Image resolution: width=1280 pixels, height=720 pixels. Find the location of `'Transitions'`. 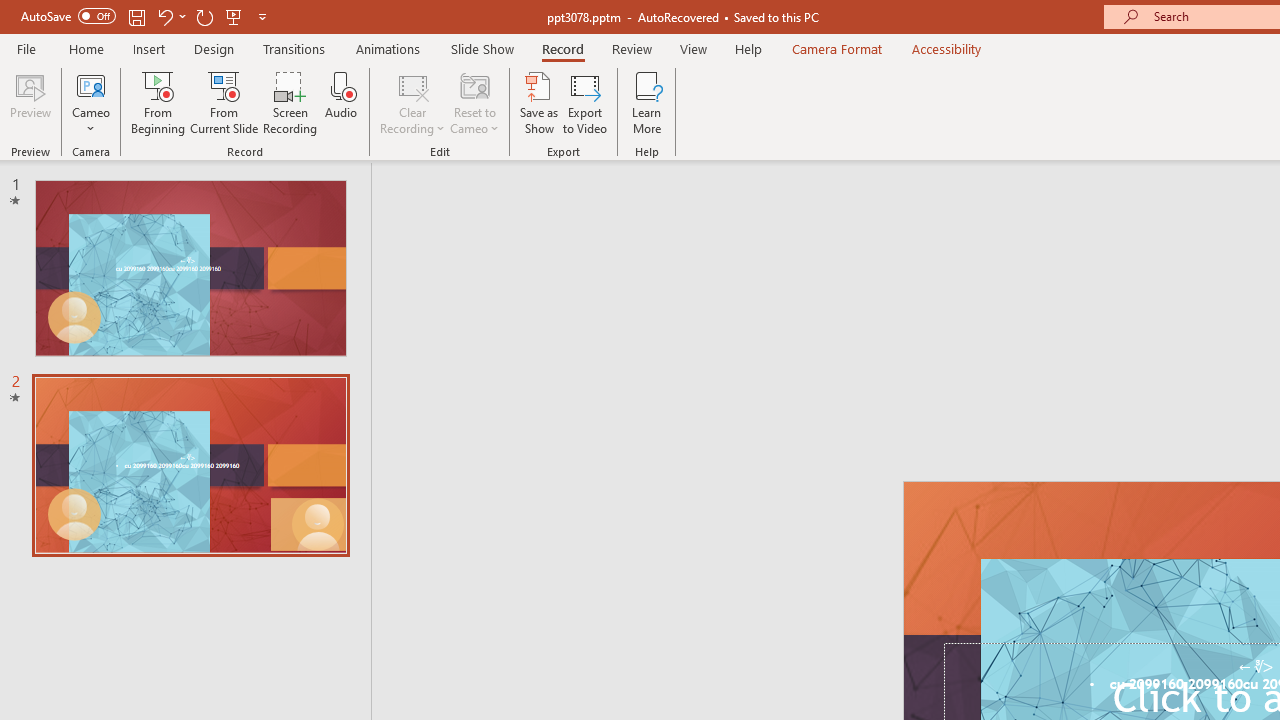

'Transitions' is located at coordinates (294, 48).